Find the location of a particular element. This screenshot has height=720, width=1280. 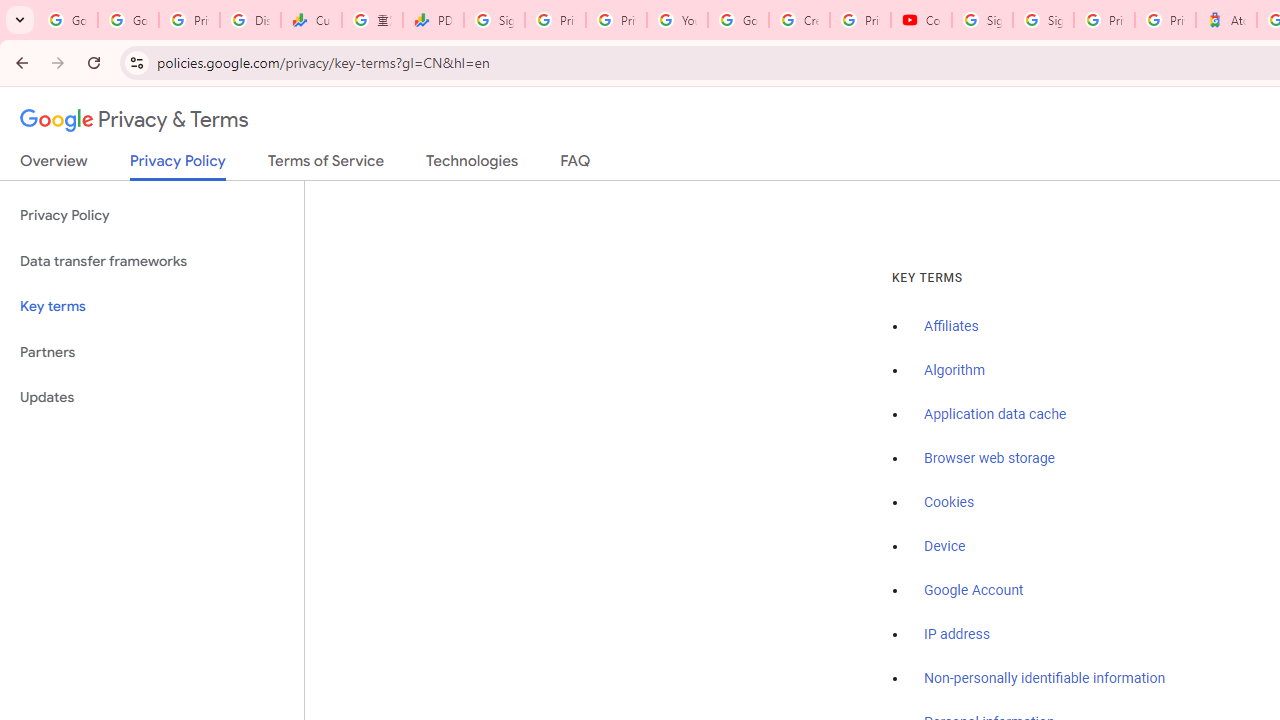

'Create your Google Account' is located at coordinates (798, 20).